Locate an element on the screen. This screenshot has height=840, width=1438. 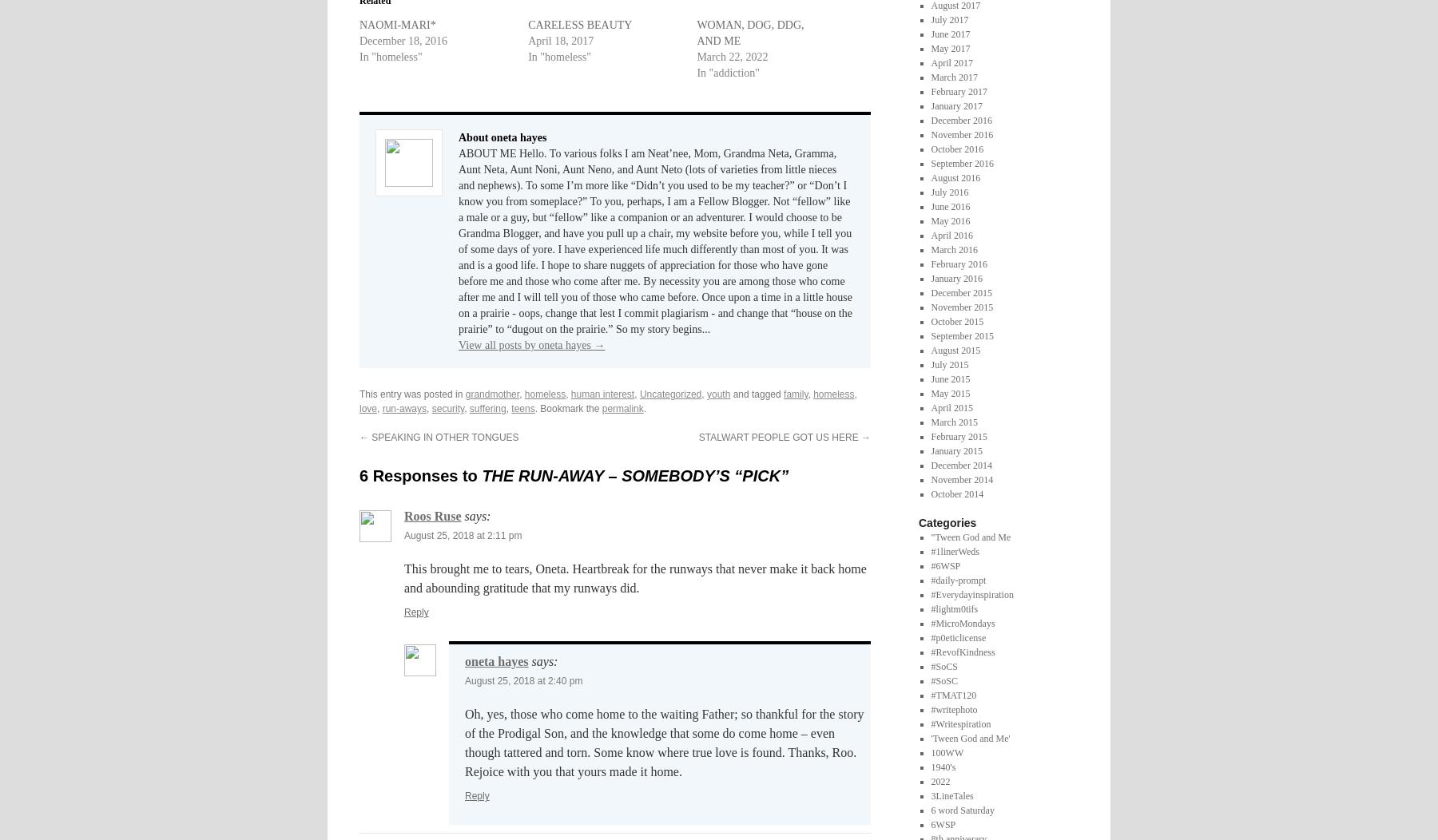
'February 2016' is located at coordinates (958, 263).